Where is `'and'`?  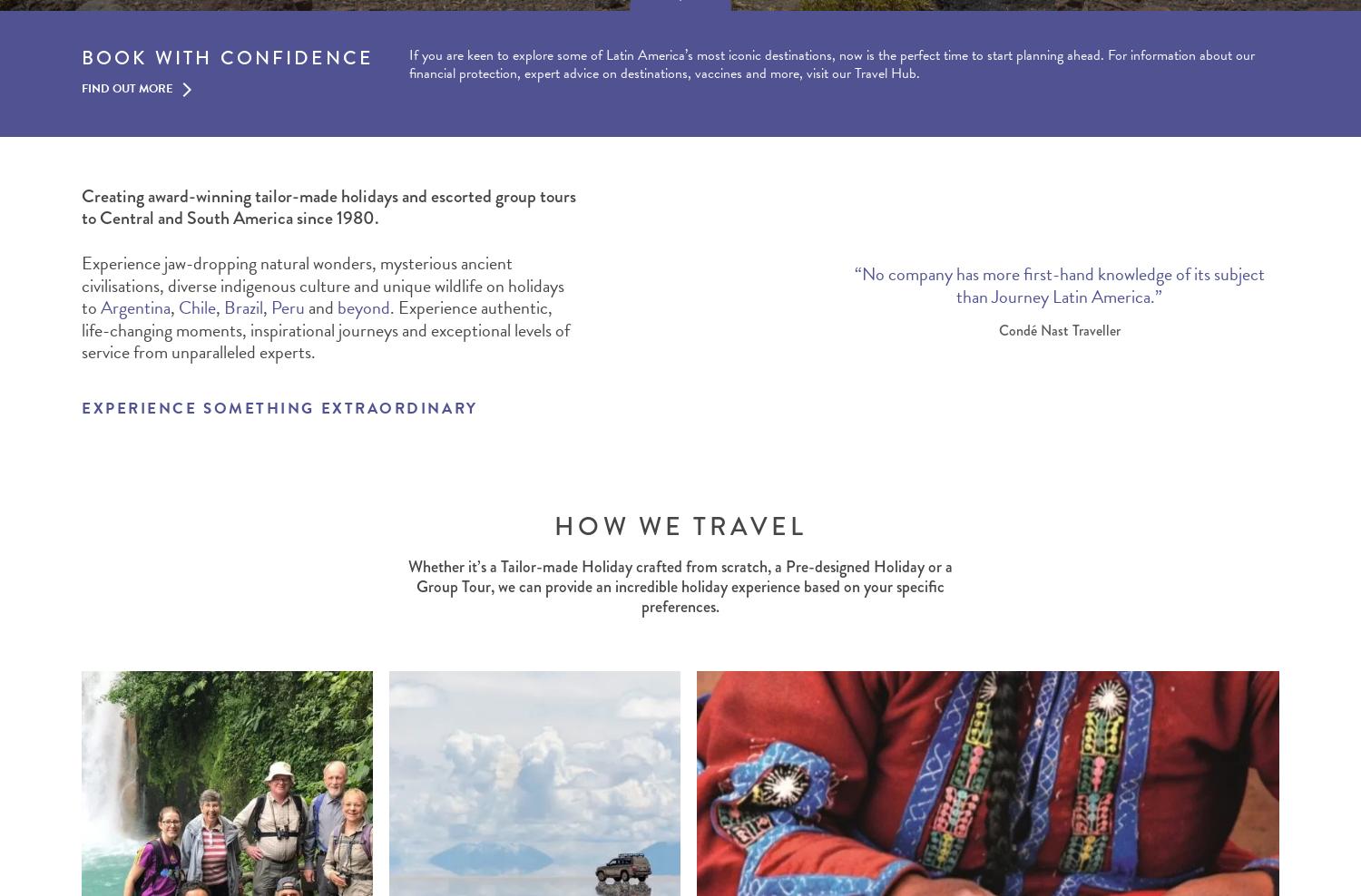 'and' is located at coordinates (304, 307).